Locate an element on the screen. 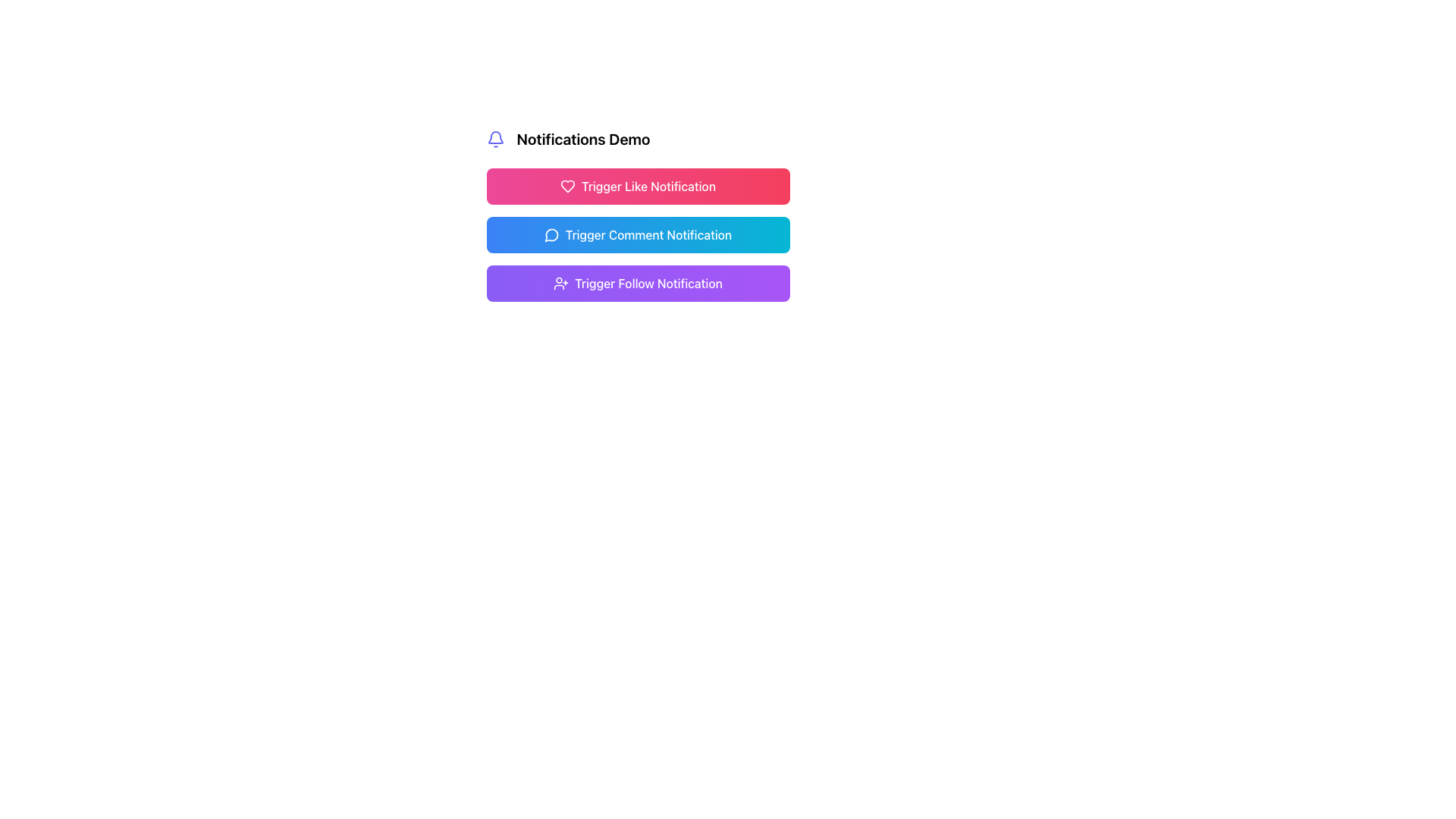  the interactive button that triggers comment-related notifications, located between the 'Trigger Like Notification' and 'Trigger Follow Notification' buttons is located at coordinates (638, 234).